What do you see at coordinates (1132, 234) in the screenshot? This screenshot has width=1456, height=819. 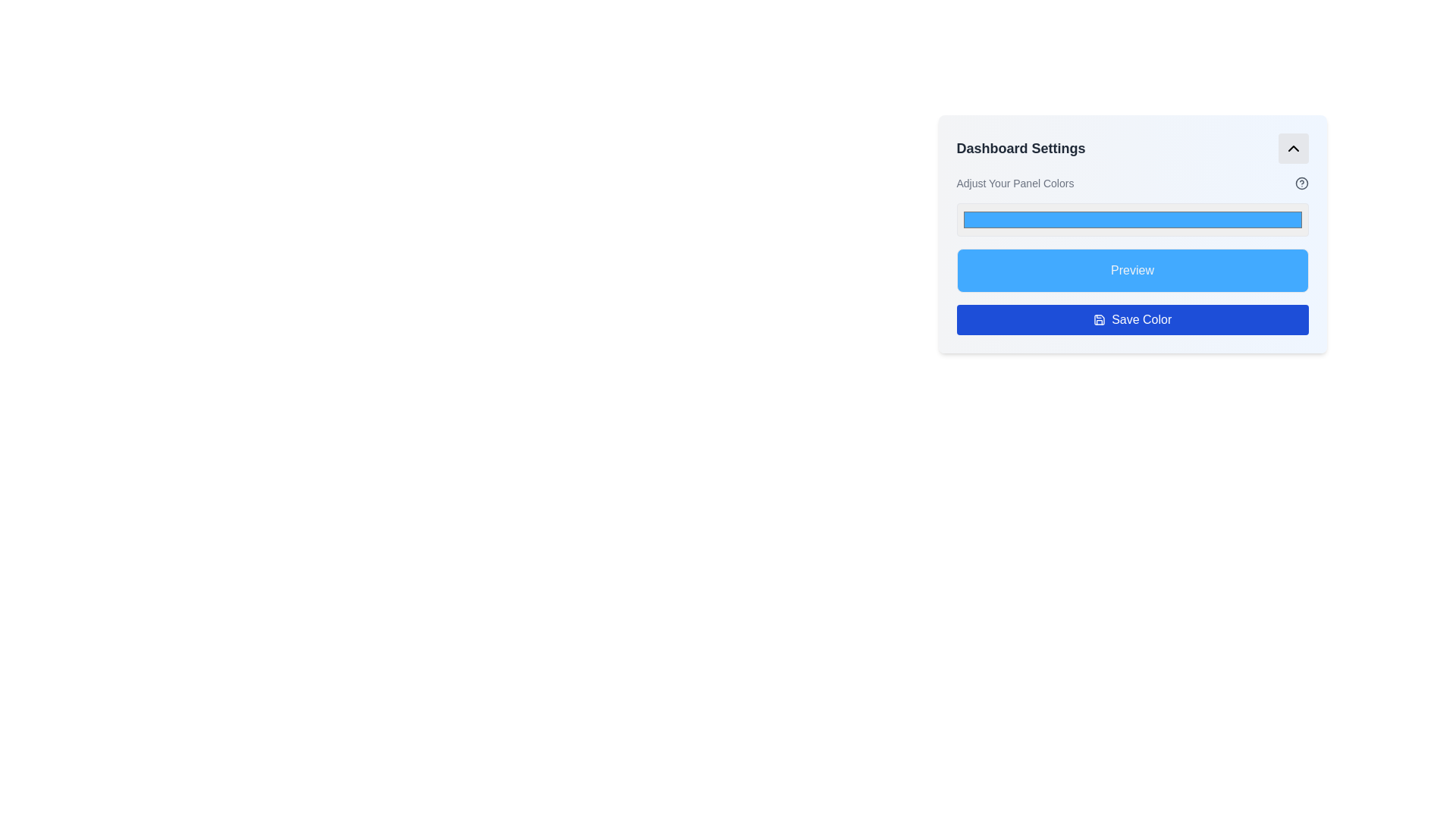 I see `the Color Picker Input located below 'Adjust Your Panel Colors' and above the 'Preview' and 'Save Color' buttons to interact with it` at bounding box center [1132, 234].